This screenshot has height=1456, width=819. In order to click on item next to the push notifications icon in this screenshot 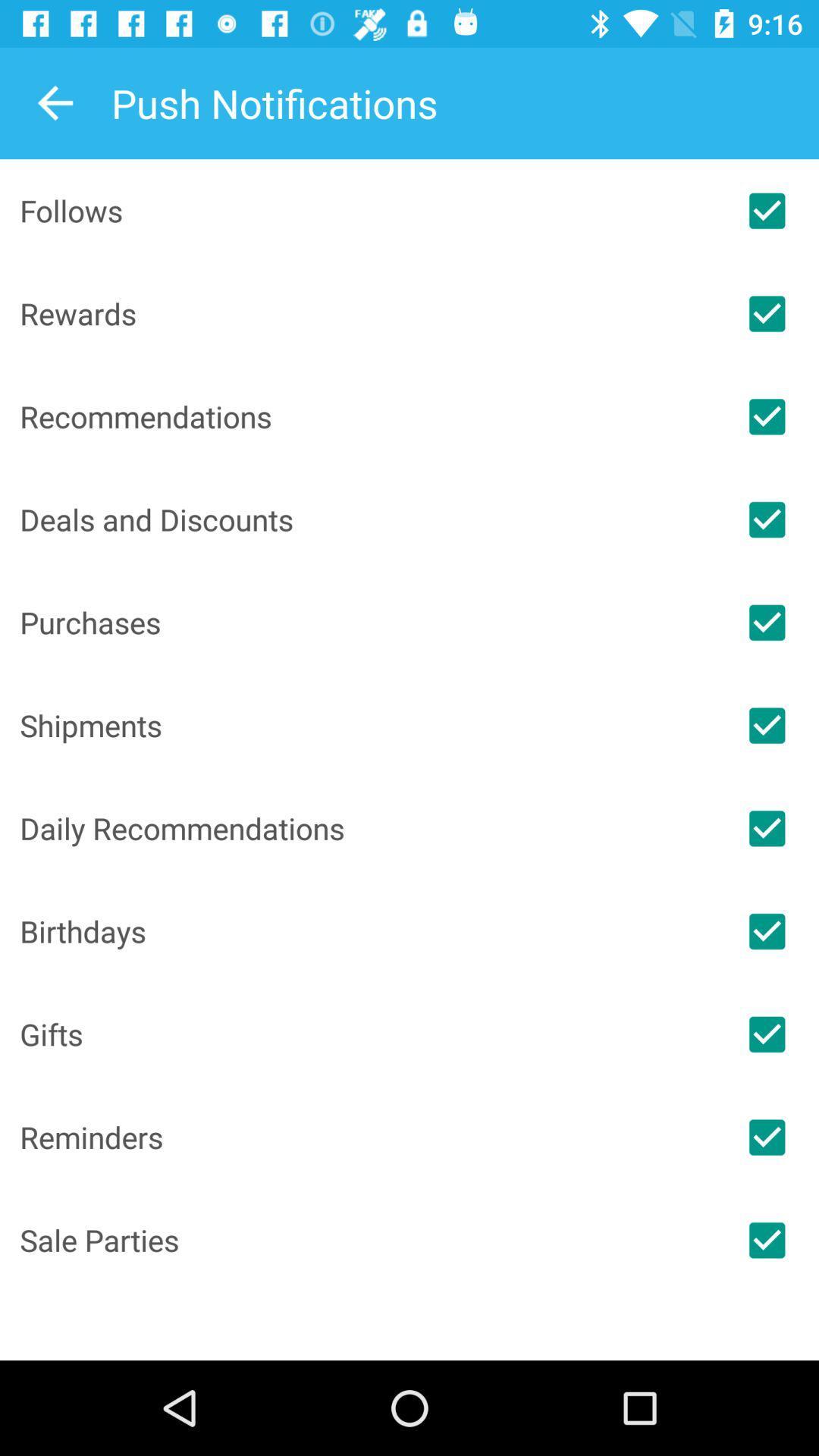, I will do `click(55, 102)`.